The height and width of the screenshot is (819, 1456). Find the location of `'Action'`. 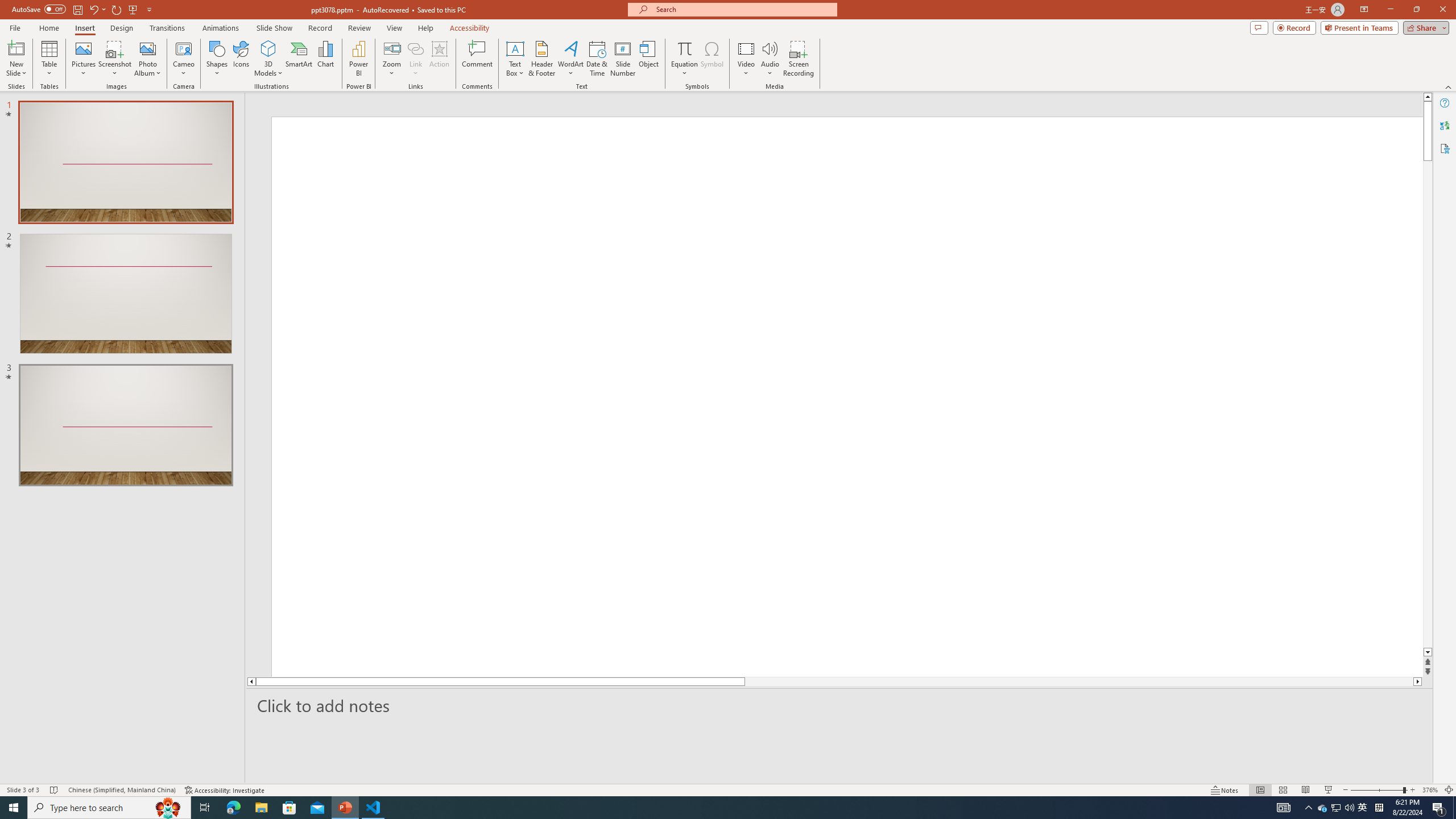

'Action' is located at coordinates (440, 59).